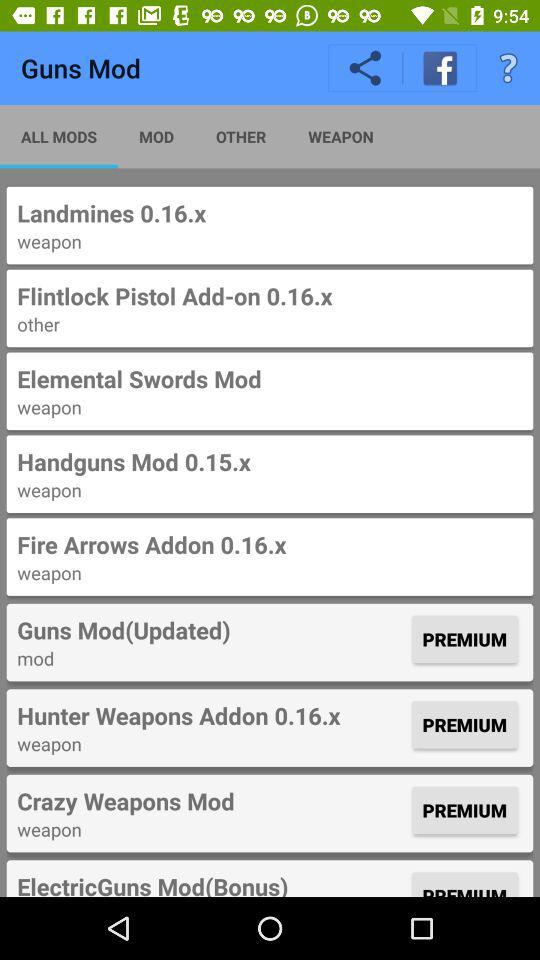 The height and width of the screenshot is (960, 540). Describe the element at coordinates (211, 801) in the screenshot. I see `the icon below the weapon` at that location.